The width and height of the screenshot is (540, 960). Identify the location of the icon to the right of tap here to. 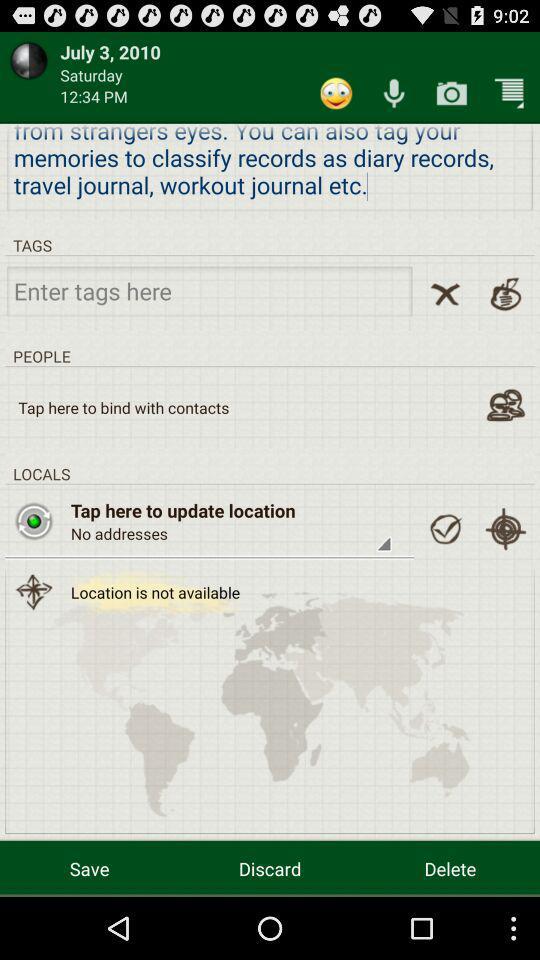
(445, 528).